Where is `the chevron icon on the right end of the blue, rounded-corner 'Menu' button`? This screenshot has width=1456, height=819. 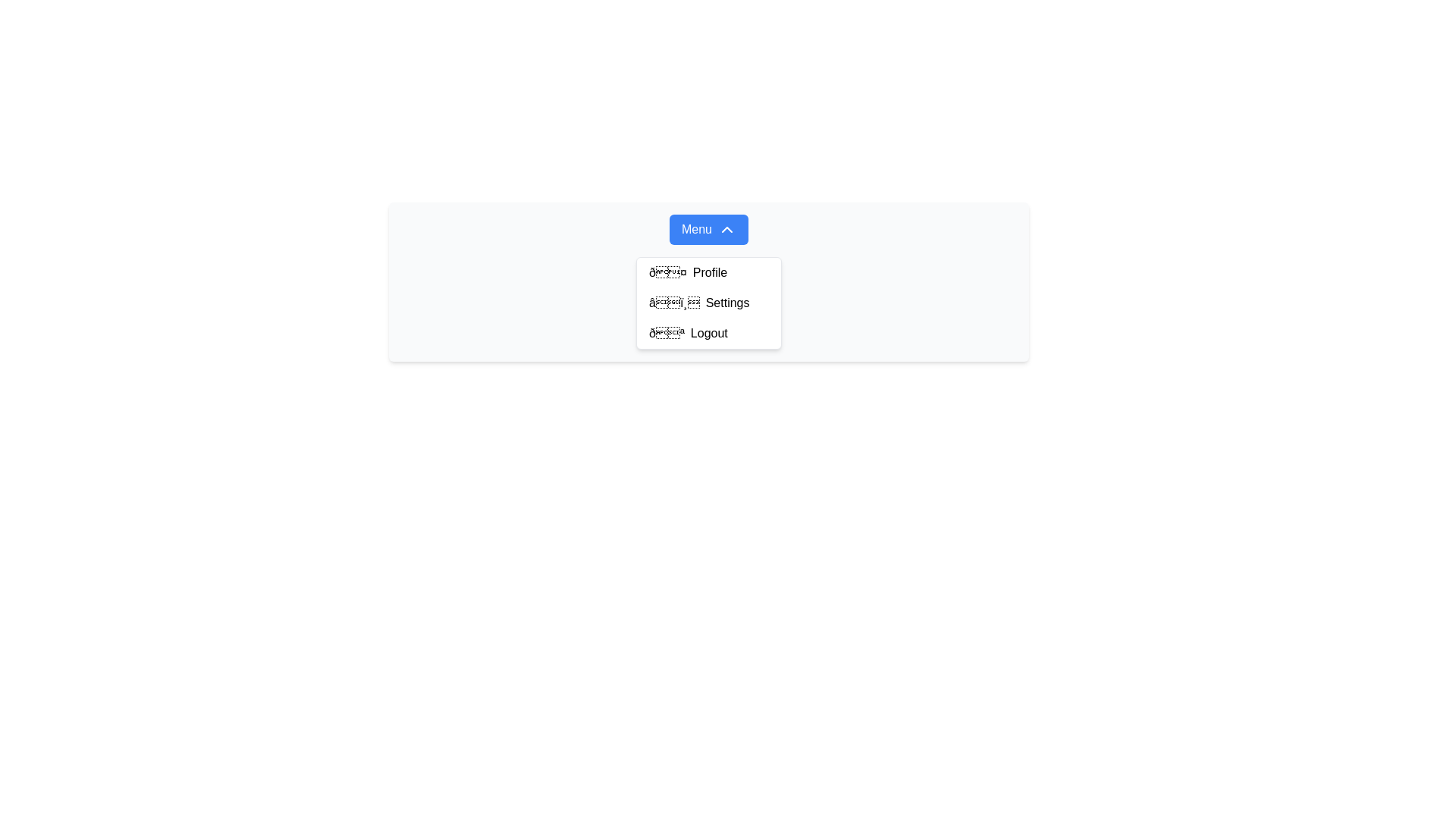 the chevron icon on the right end of the blue, rounded-corner 'Menu' button is located at coordinates (726, 230).